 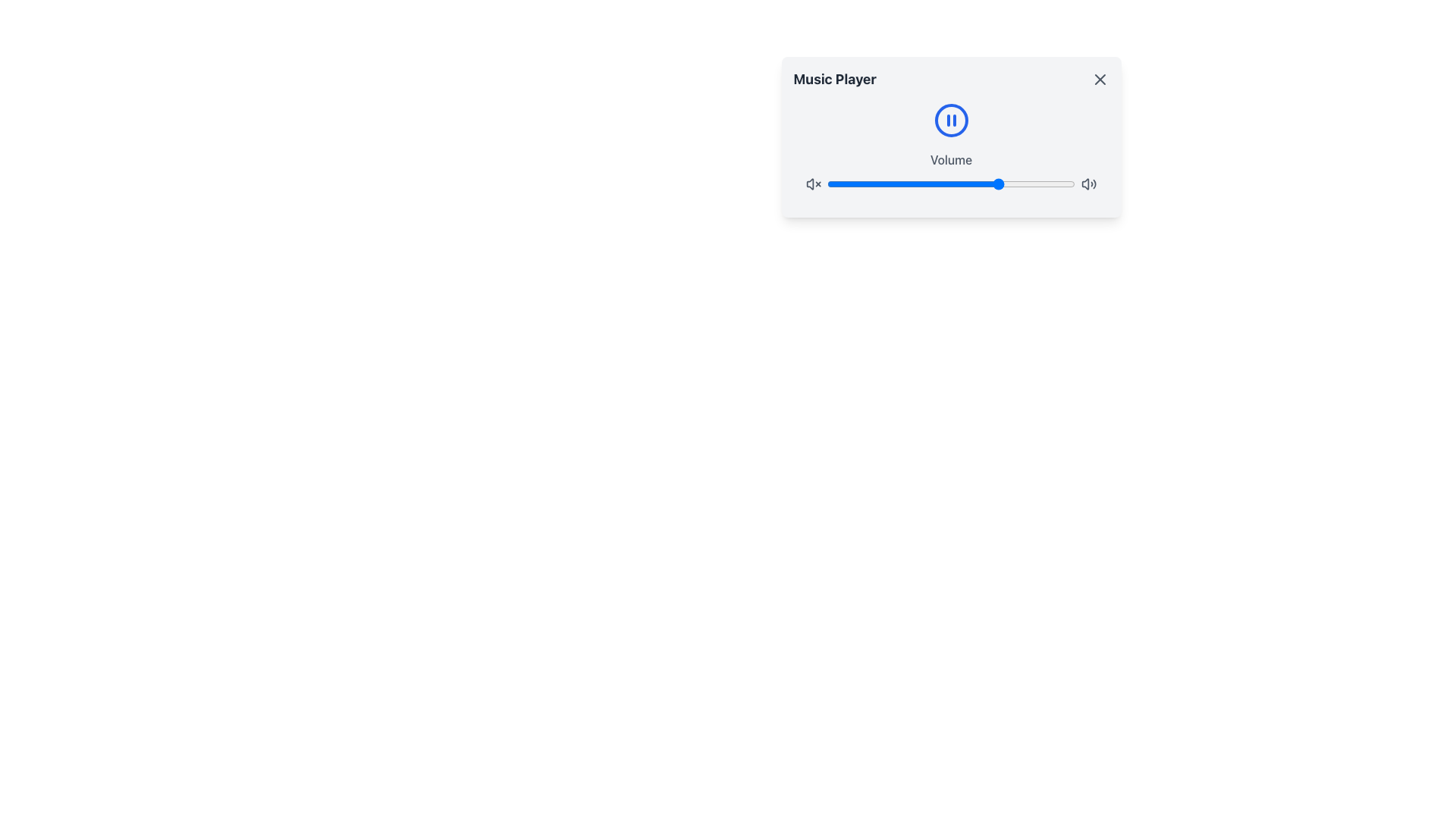 I want to click on the volume slider, so click(x=877, y=184).